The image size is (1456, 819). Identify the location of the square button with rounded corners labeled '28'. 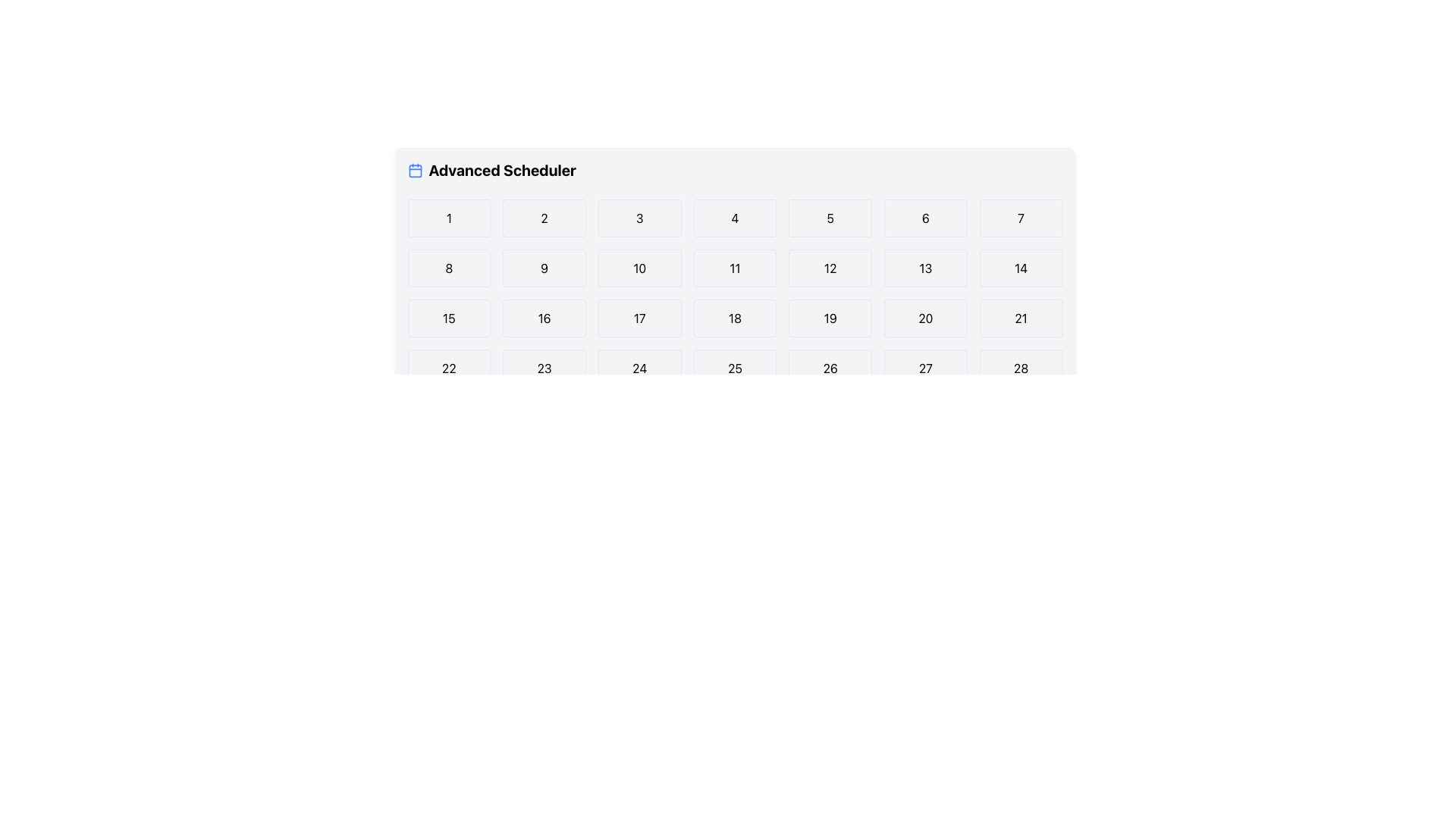
(1021, 369).